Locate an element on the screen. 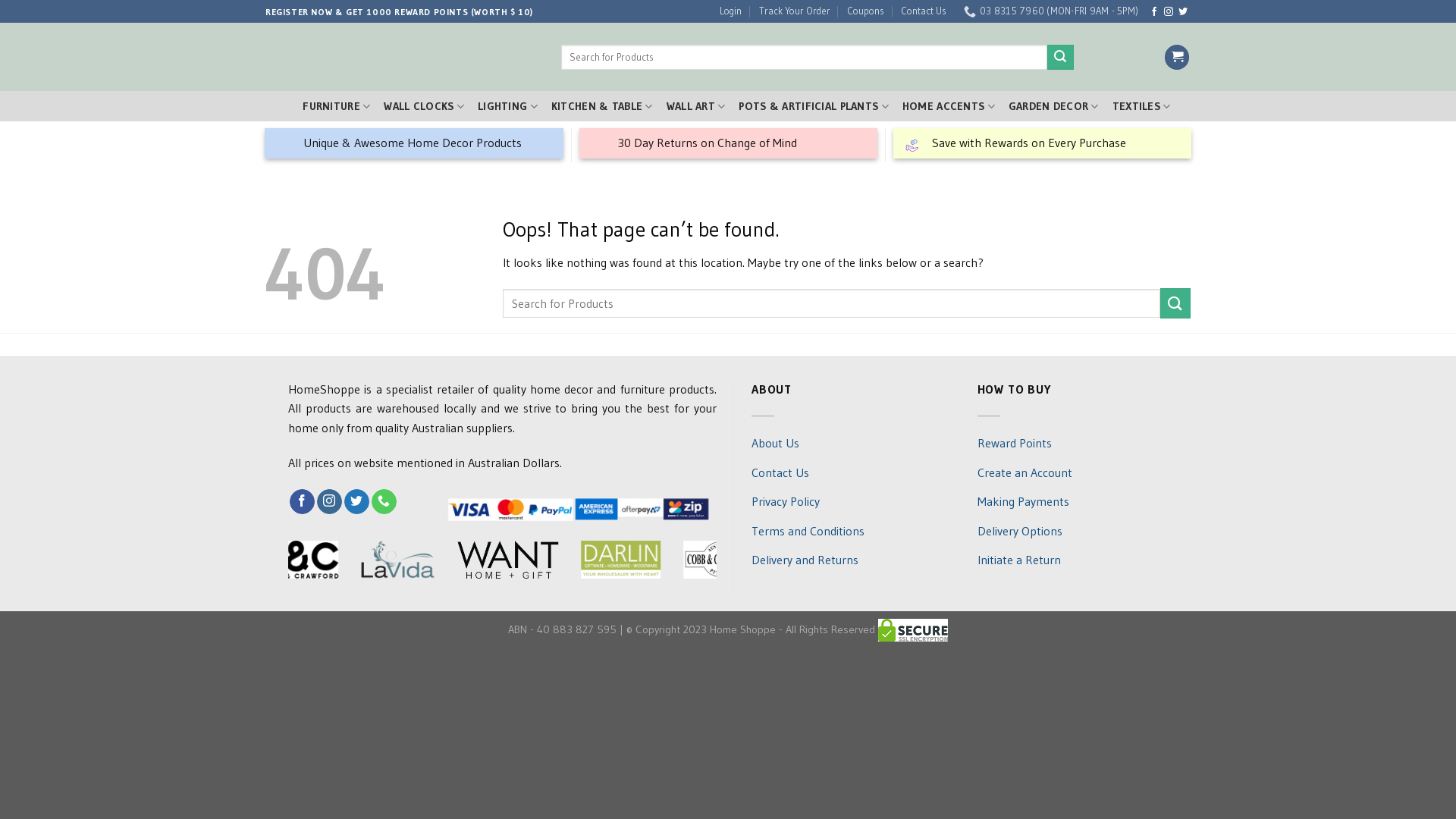 The height and width of the screenshot is (819, 1456). 'Create an Account' is located at coordinates (1024, 472).